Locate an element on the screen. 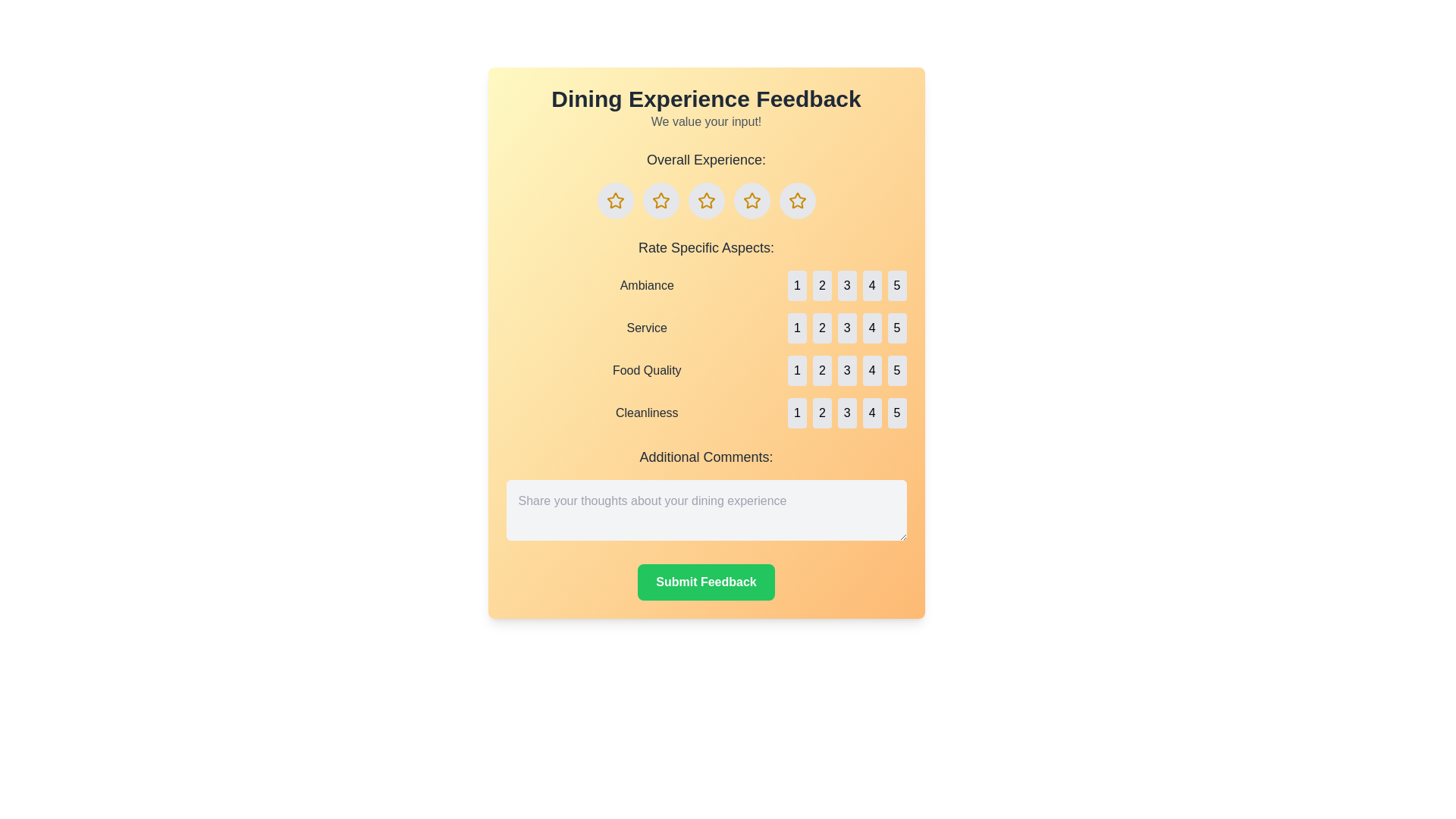 This screenshot has width=1456, height=819. the first star icon in the horizontal row of five stars is located at coordinates (615, 200).